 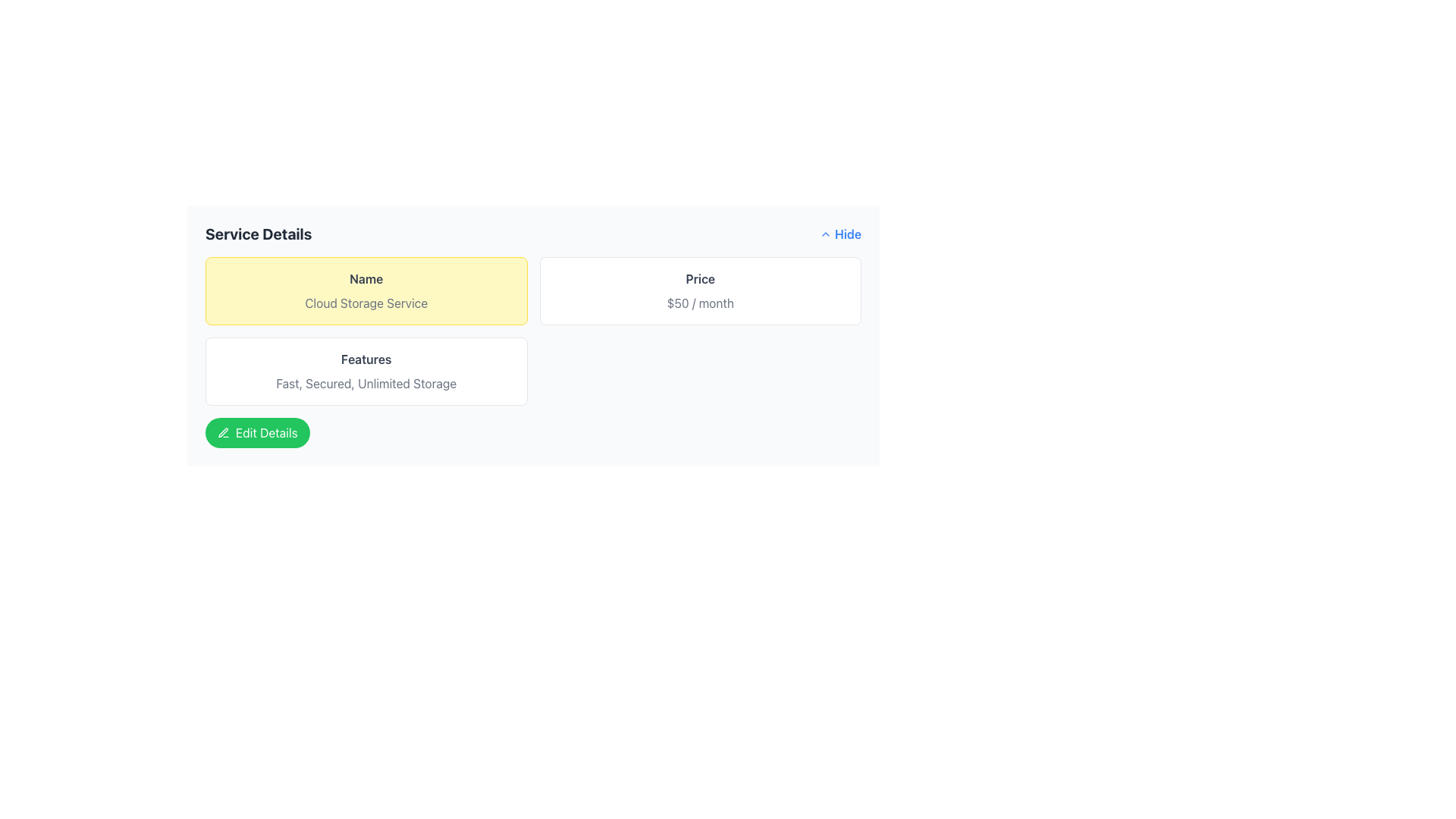 What do you see at coordinates (257, 432) in the screenshot?
I see `the green 'Edit Details' button with rounded edges and a pencil icon to invoke editing functionality` at bounding box center [257, 432].